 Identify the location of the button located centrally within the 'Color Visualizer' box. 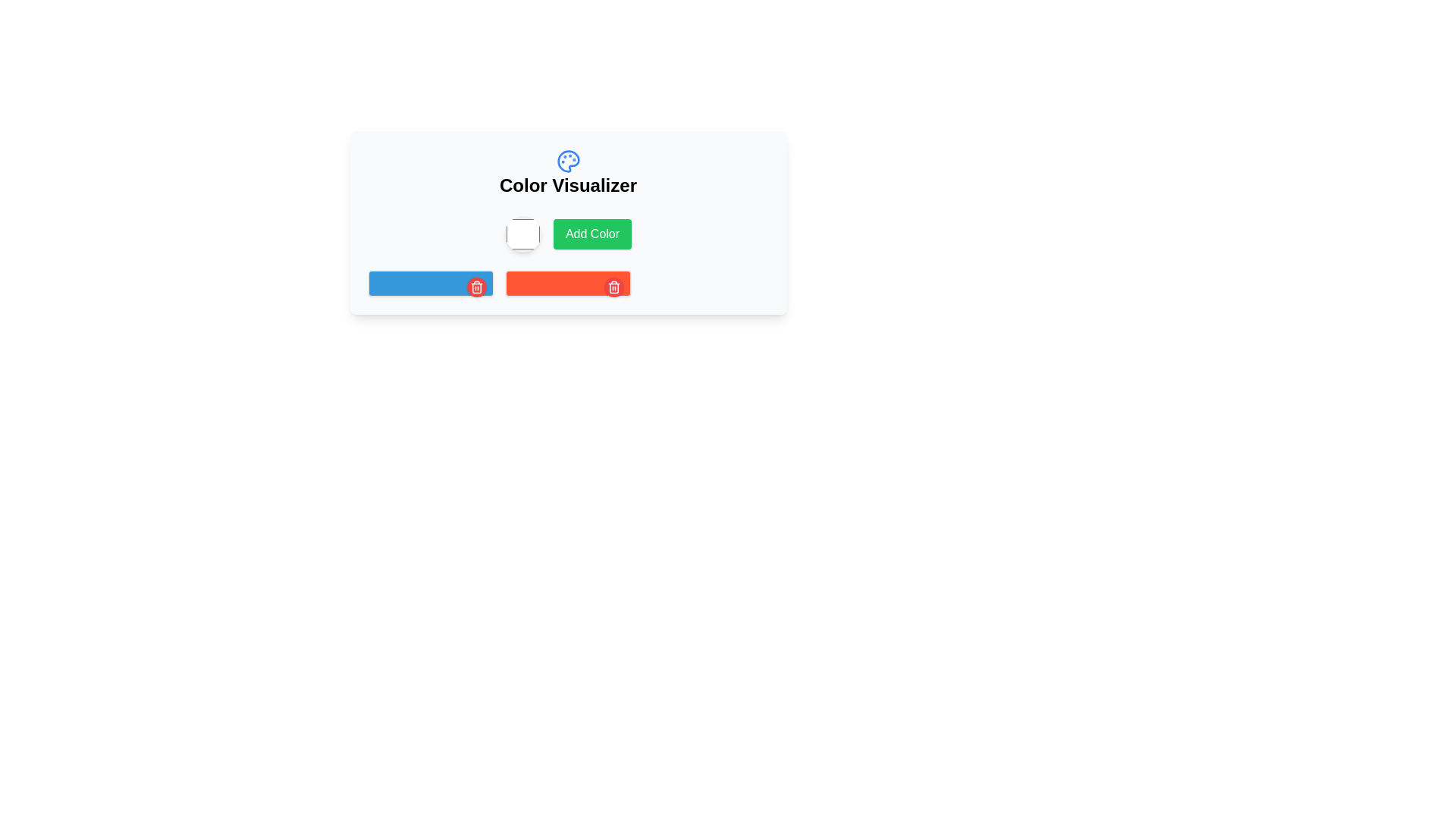
(567, 234).